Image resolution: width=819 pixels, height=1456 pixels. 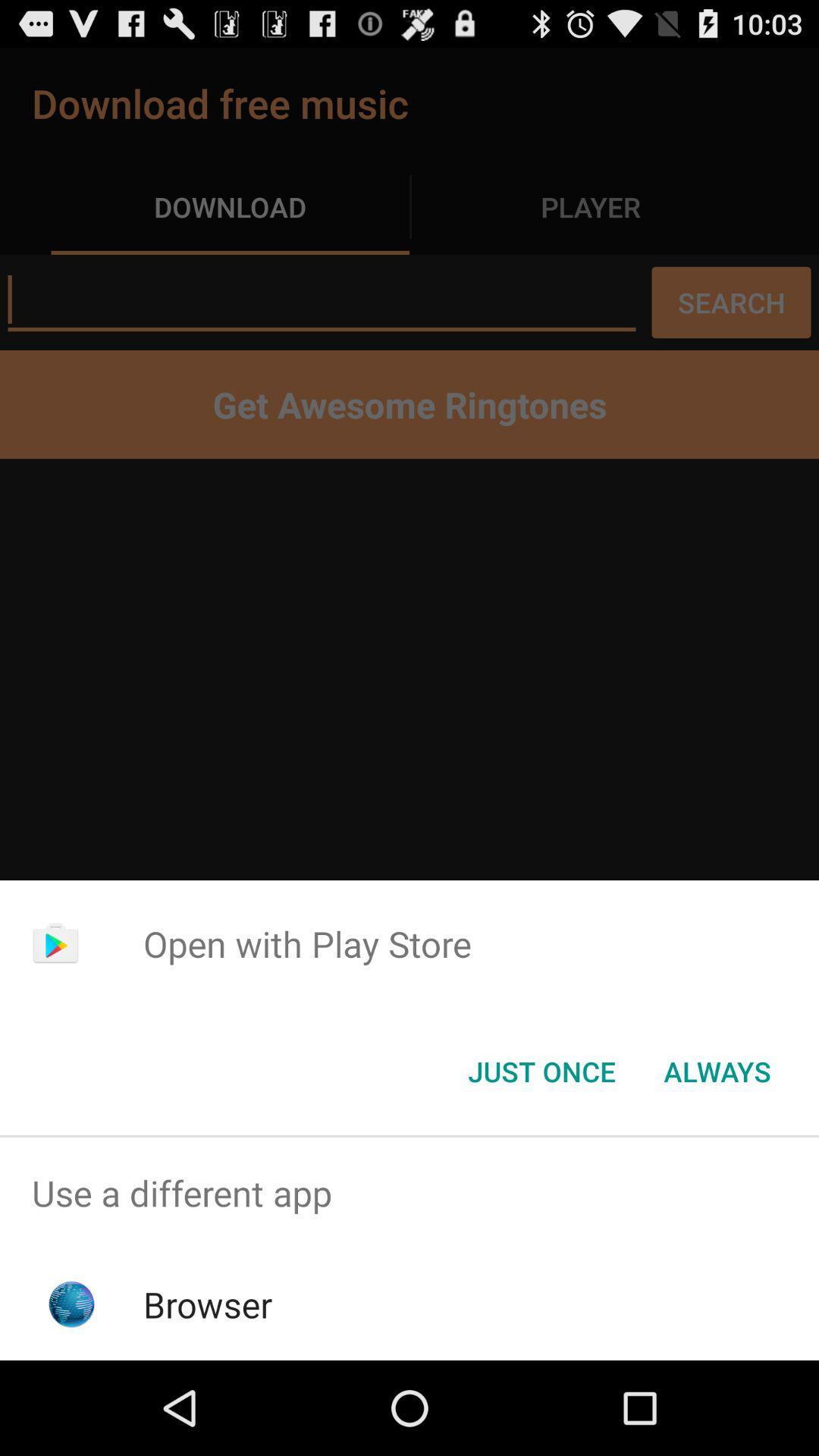 I want to click on just once item, so click(x=541, y=1070).